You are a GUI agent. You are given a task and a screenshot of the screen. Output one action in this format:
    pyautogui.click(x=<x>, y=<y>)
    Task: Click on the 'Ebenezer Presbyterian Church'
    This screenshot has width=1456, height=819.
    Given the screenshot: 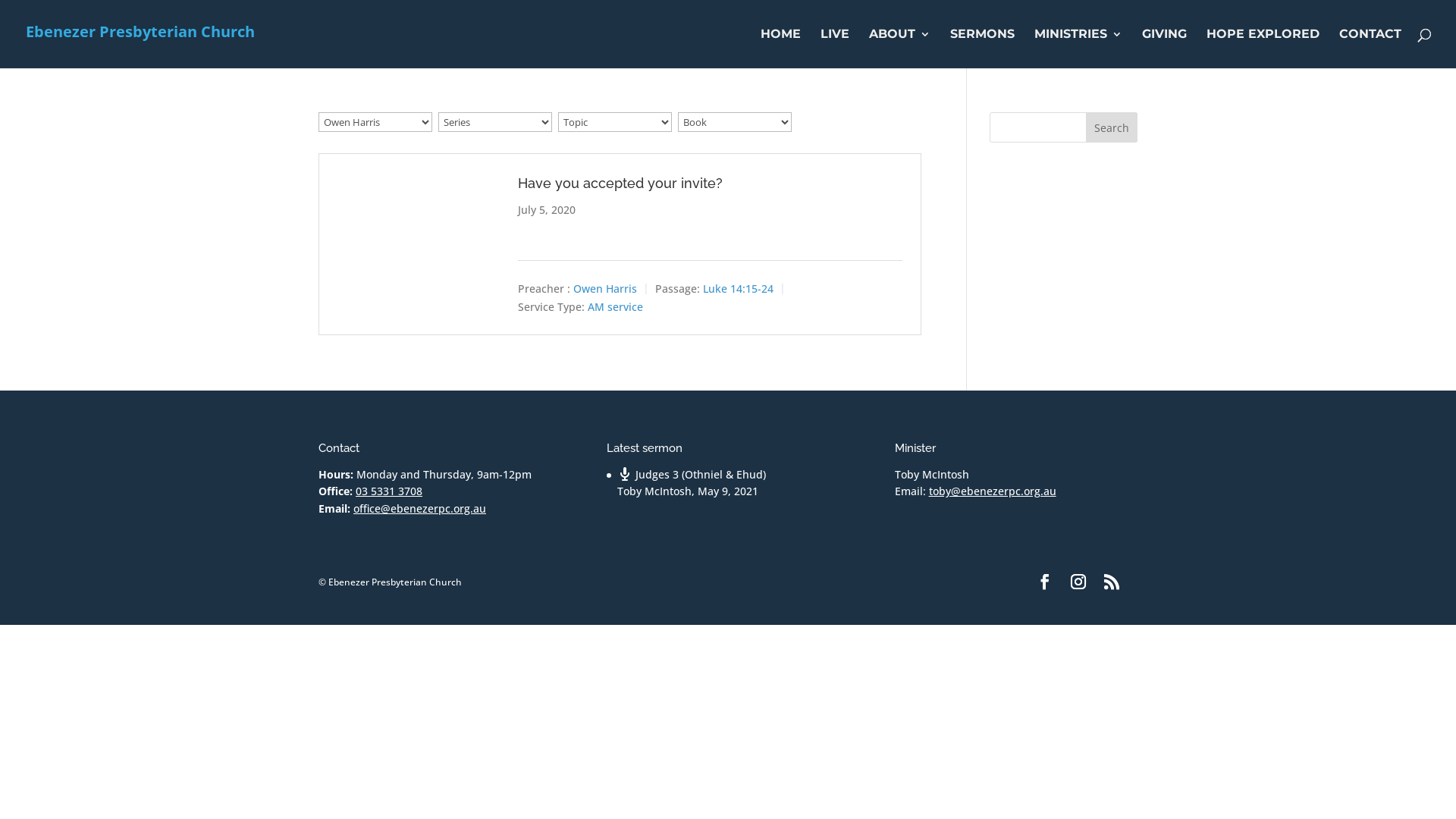 What is the action you would take?
    pyautogui.click(x=140, y=33)
    